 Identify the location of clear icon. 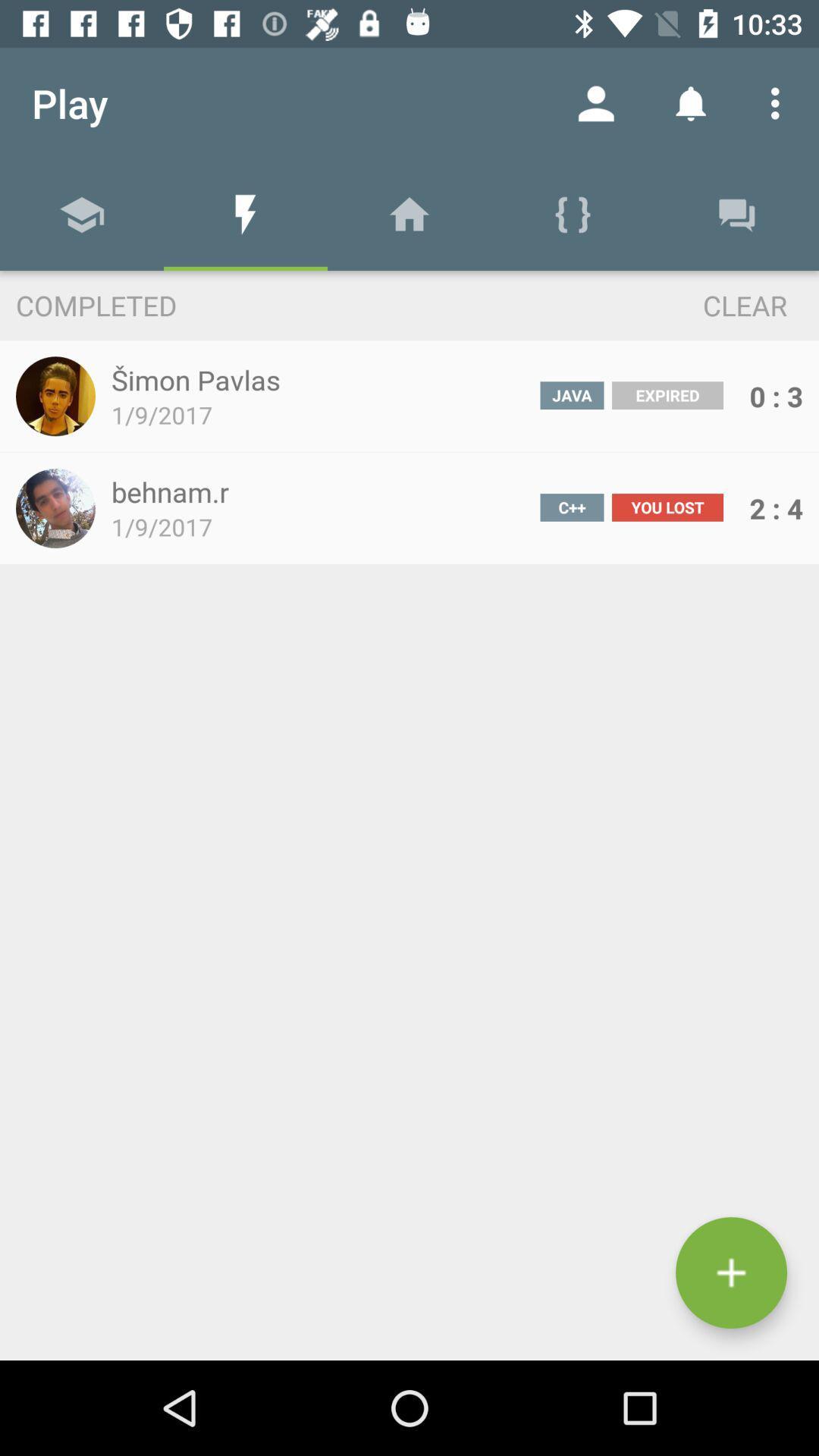
(717, 304).